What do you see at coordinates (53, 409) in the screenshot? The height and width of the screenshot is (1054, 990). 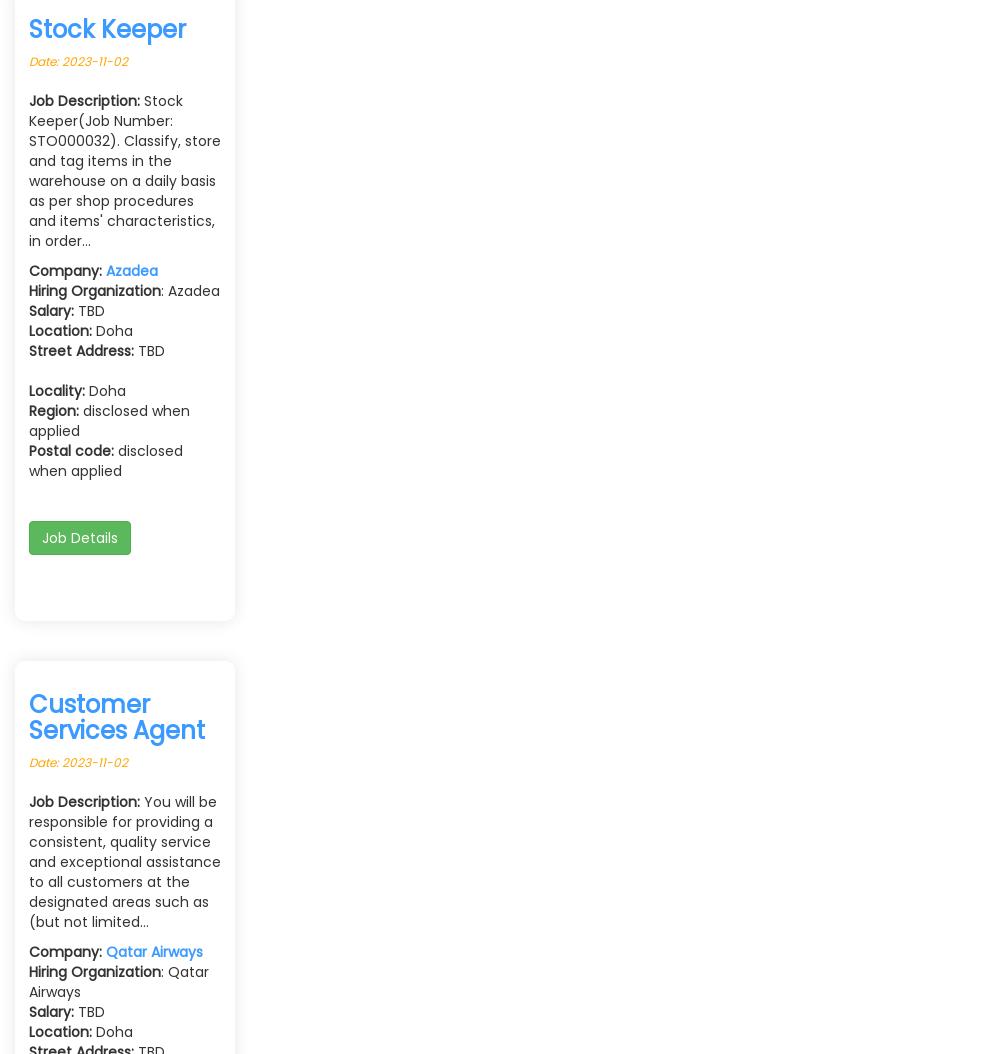 I see `'Region:'` at bounding box center [53, 409].